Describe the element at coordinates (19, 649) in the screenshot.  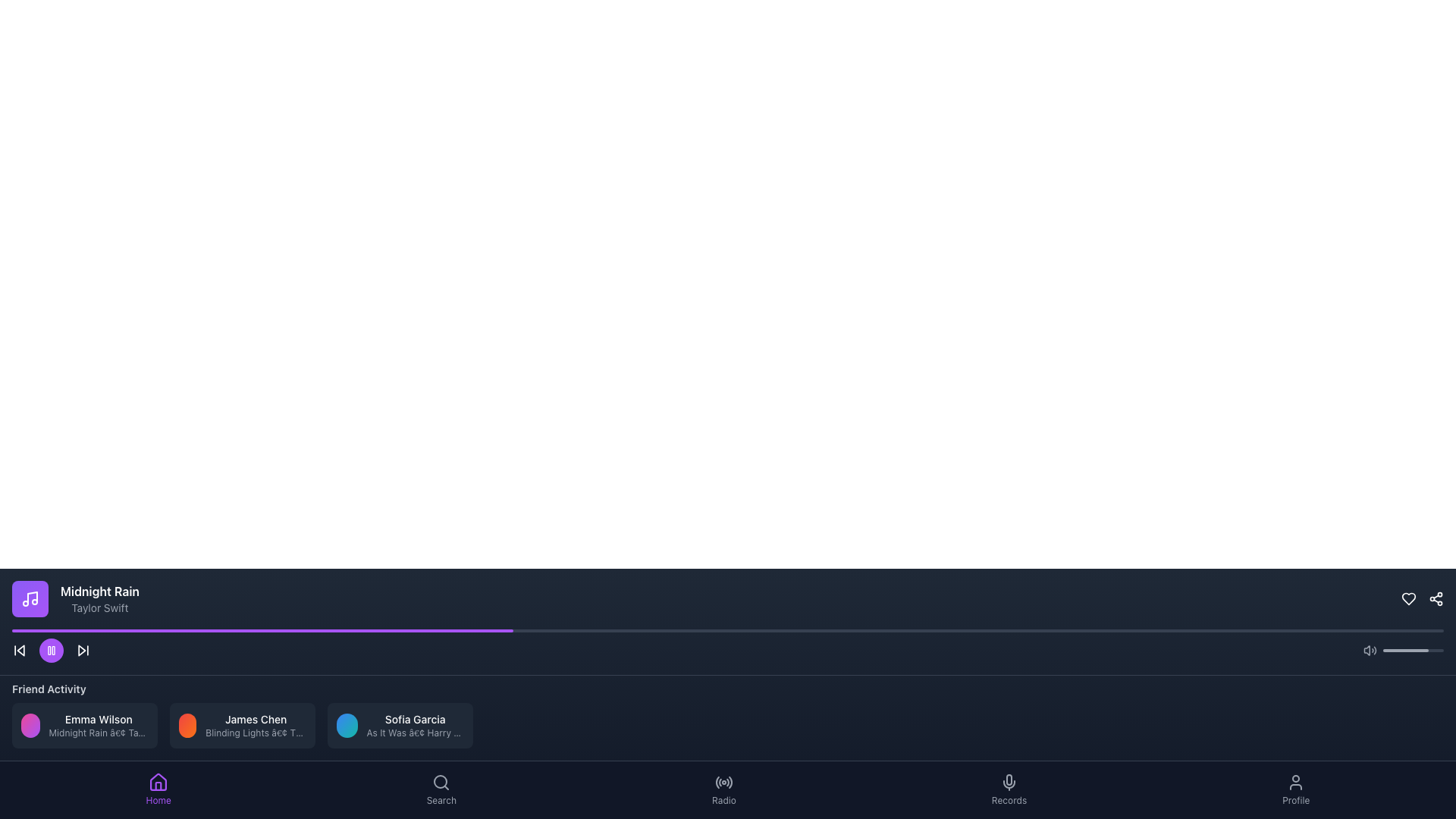
I see `the backward skip button located at the far left of the media control section in the player bar to skip backward` at that location.